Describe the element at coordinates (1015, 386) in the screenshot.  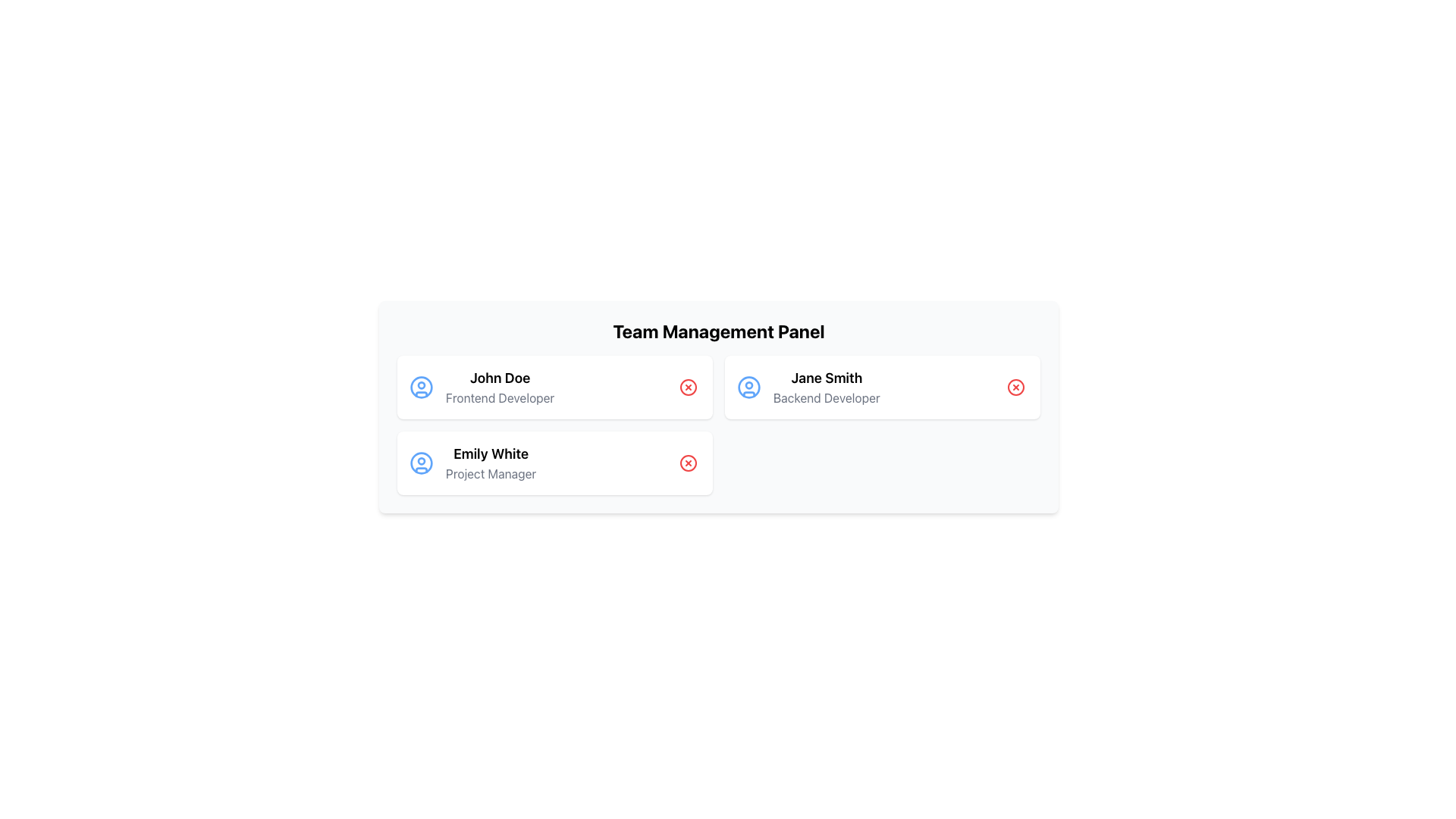
I see `the circular icon within the red-colored area located at the far right of the card for 'Jane Smith, Backend Developer', which indicates a status or action related to managing team members` at that location.